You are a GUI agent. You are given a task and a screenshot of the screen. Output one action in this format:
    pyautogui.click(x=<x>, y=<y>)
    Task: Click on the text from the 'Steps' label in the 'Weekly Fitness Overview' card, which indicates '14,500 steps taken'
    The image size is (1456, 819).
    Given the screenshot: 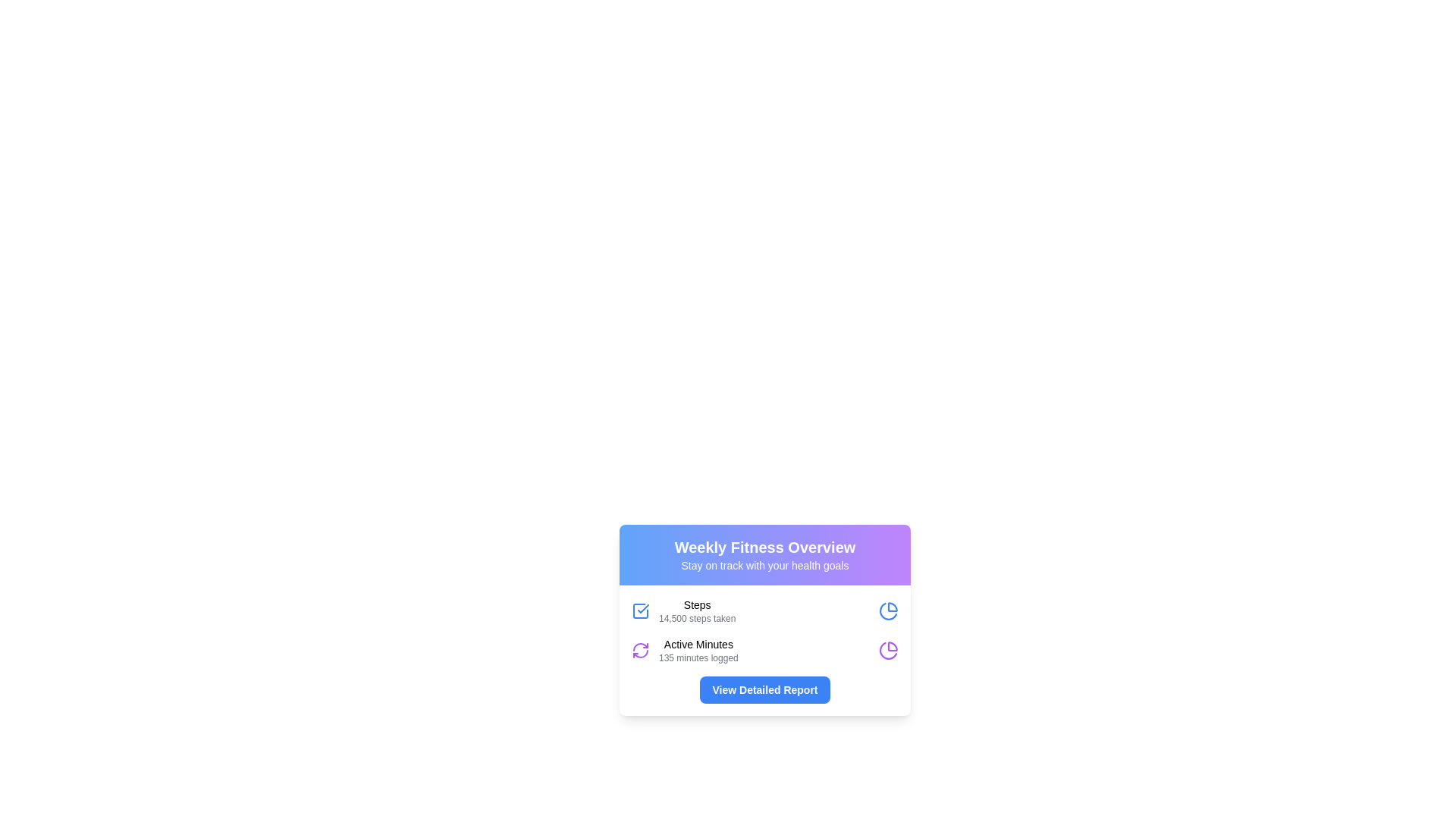 What is the action you would take?
    pyautogui.click(x=696, y=610)
    